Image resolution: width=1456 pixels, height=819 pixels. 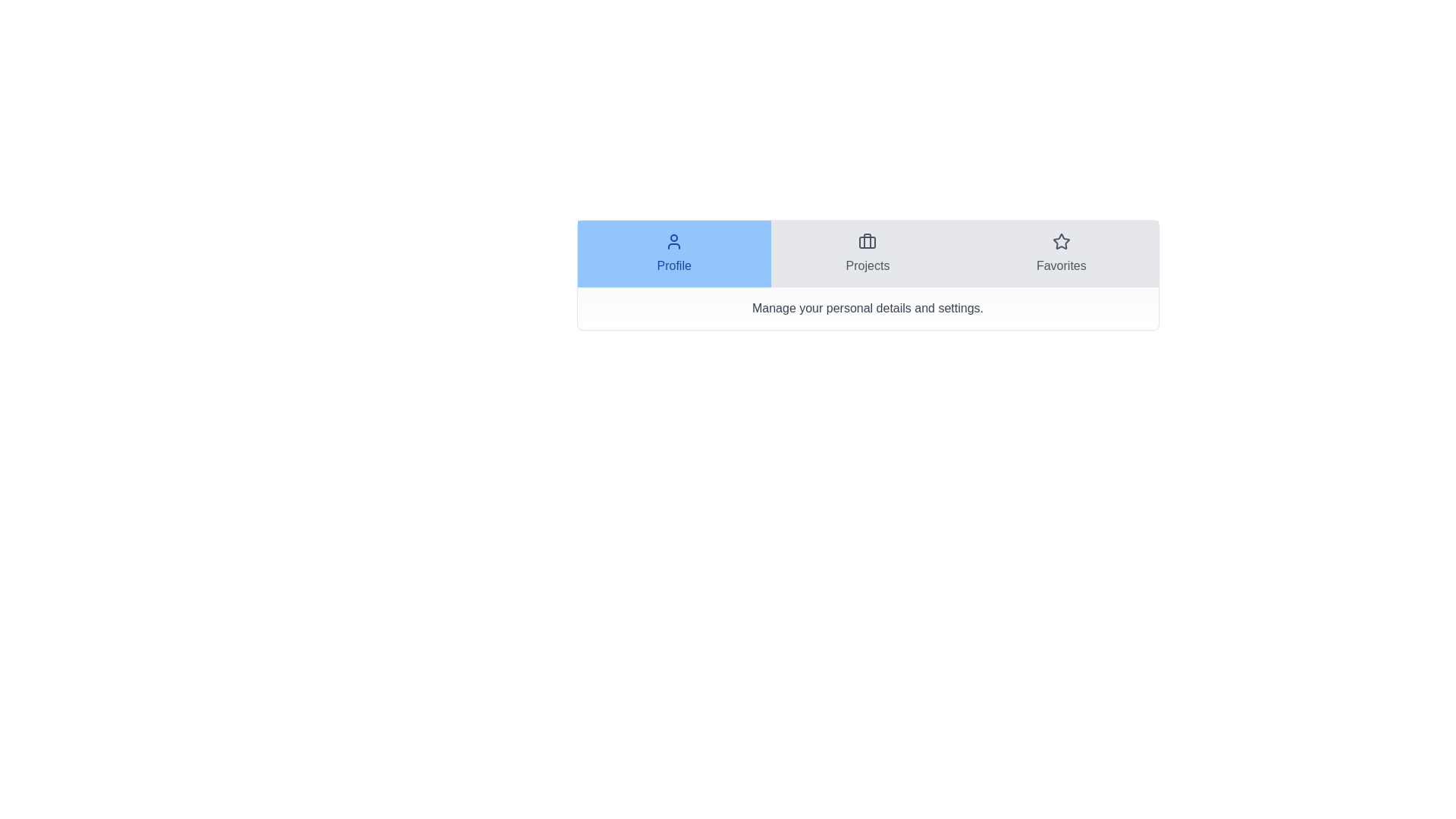 What do you see at coordinates (867, 253) in the screenshot?
I see `the tab labeled Projects` at bounding box center [867, 253].